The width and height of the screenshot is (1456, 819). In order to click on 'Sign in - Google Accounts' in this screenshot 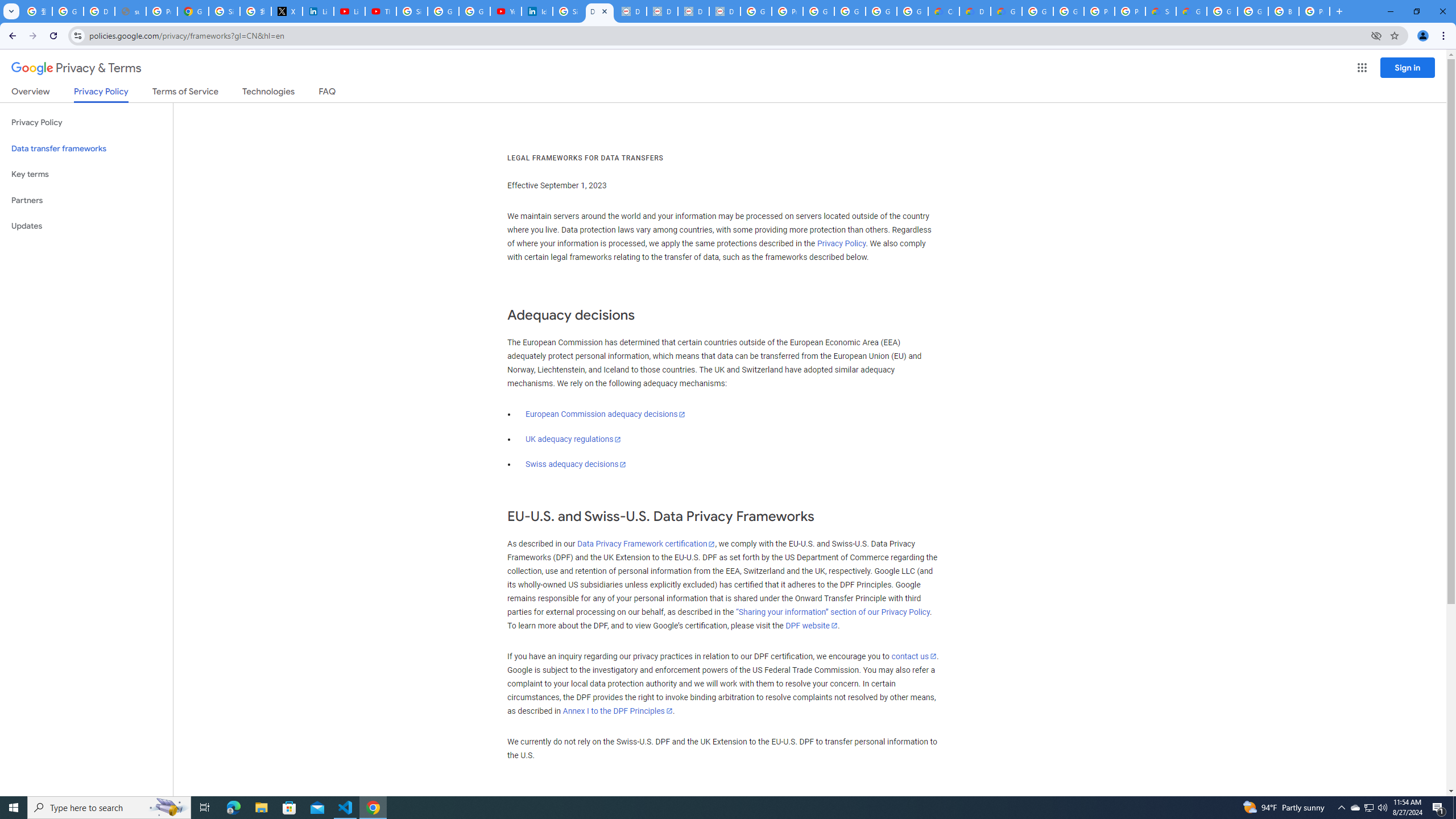, I will do `click(224, 11)`.